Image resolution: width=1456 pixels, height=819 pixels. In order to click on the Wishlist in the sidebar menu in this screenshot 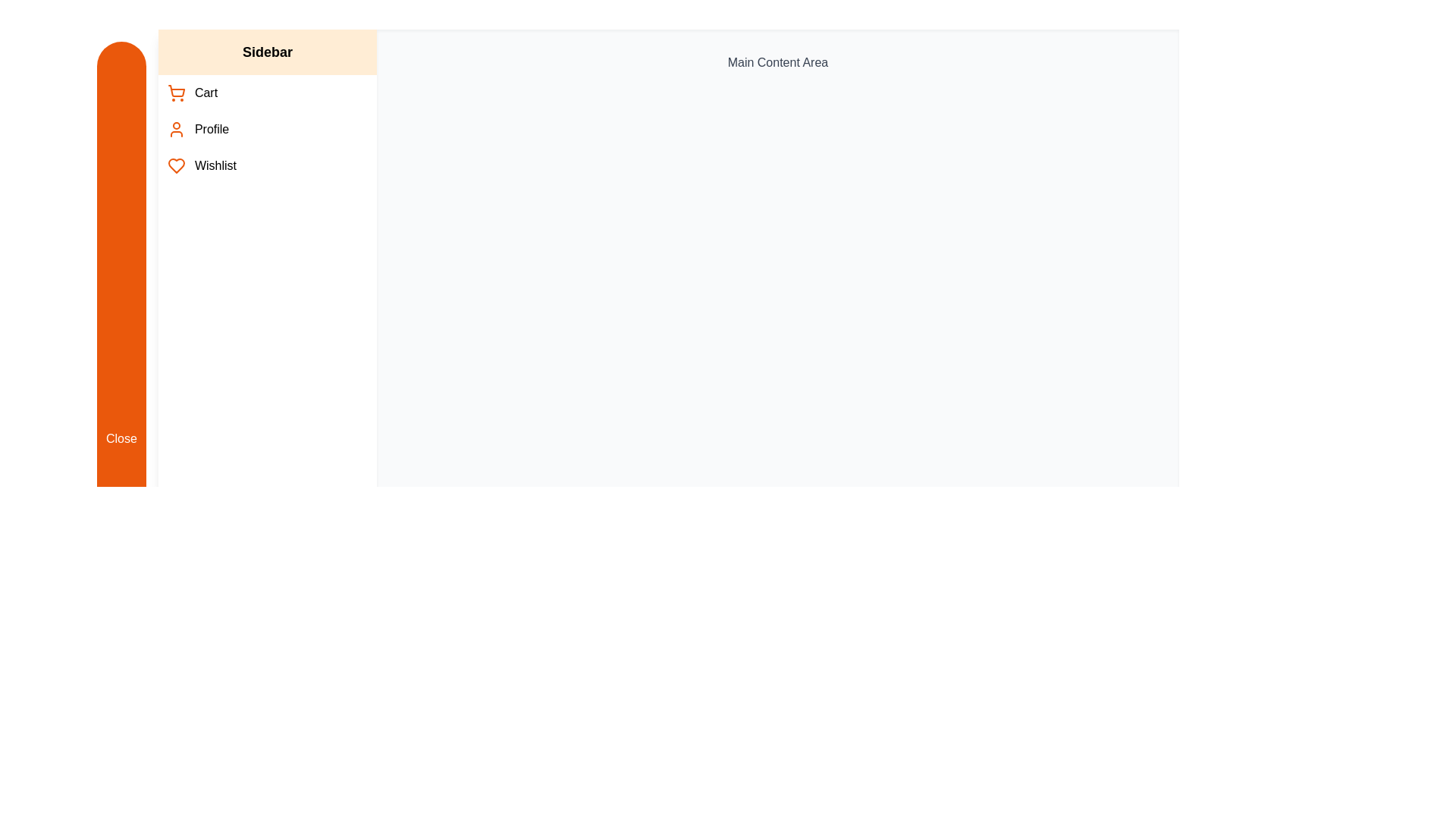, I will do `click(267, 166)`.